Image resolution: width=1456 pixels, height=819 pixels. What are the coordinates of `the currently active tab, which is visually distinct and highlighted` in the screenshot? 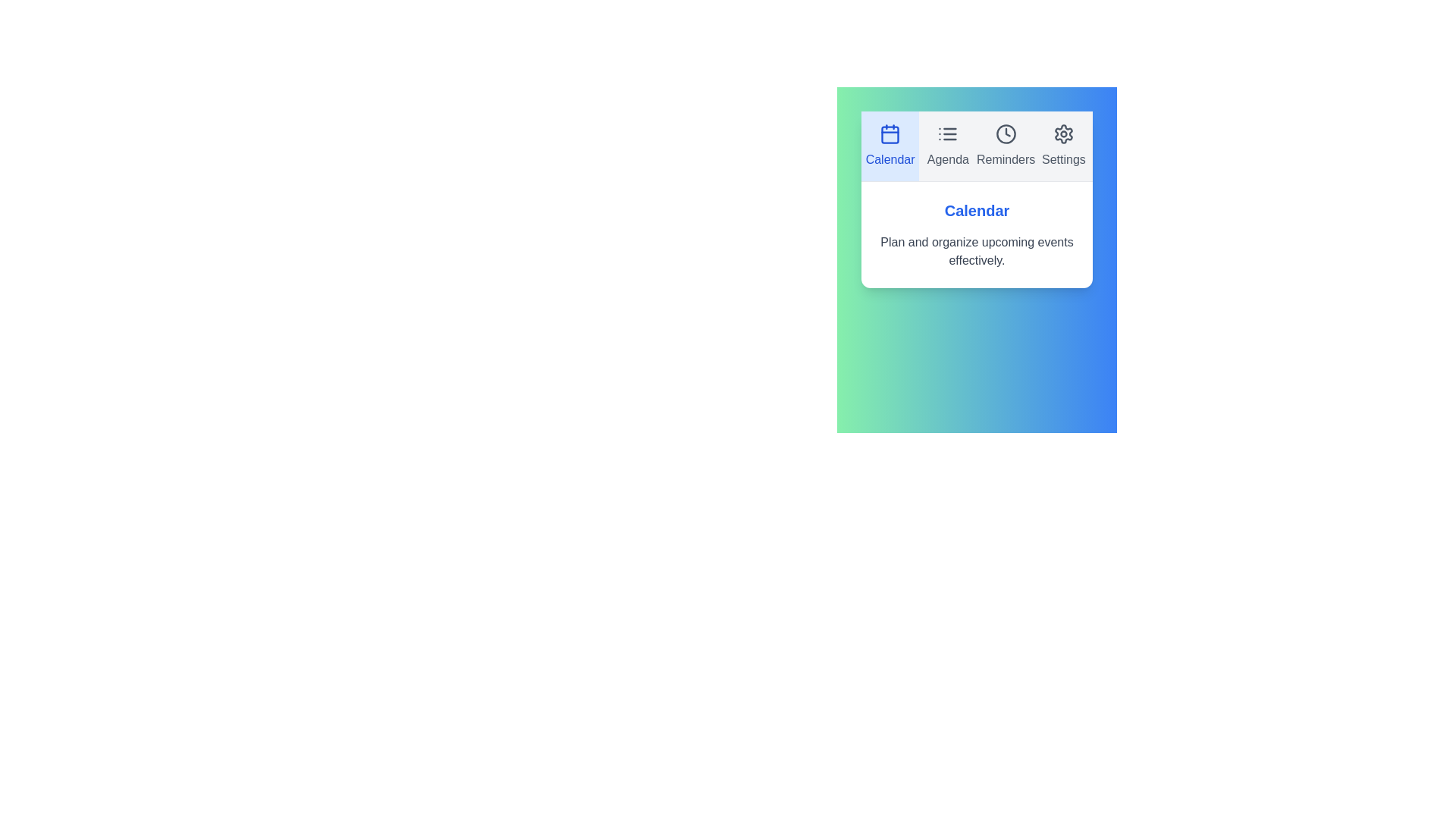 It's located at (890, 146).